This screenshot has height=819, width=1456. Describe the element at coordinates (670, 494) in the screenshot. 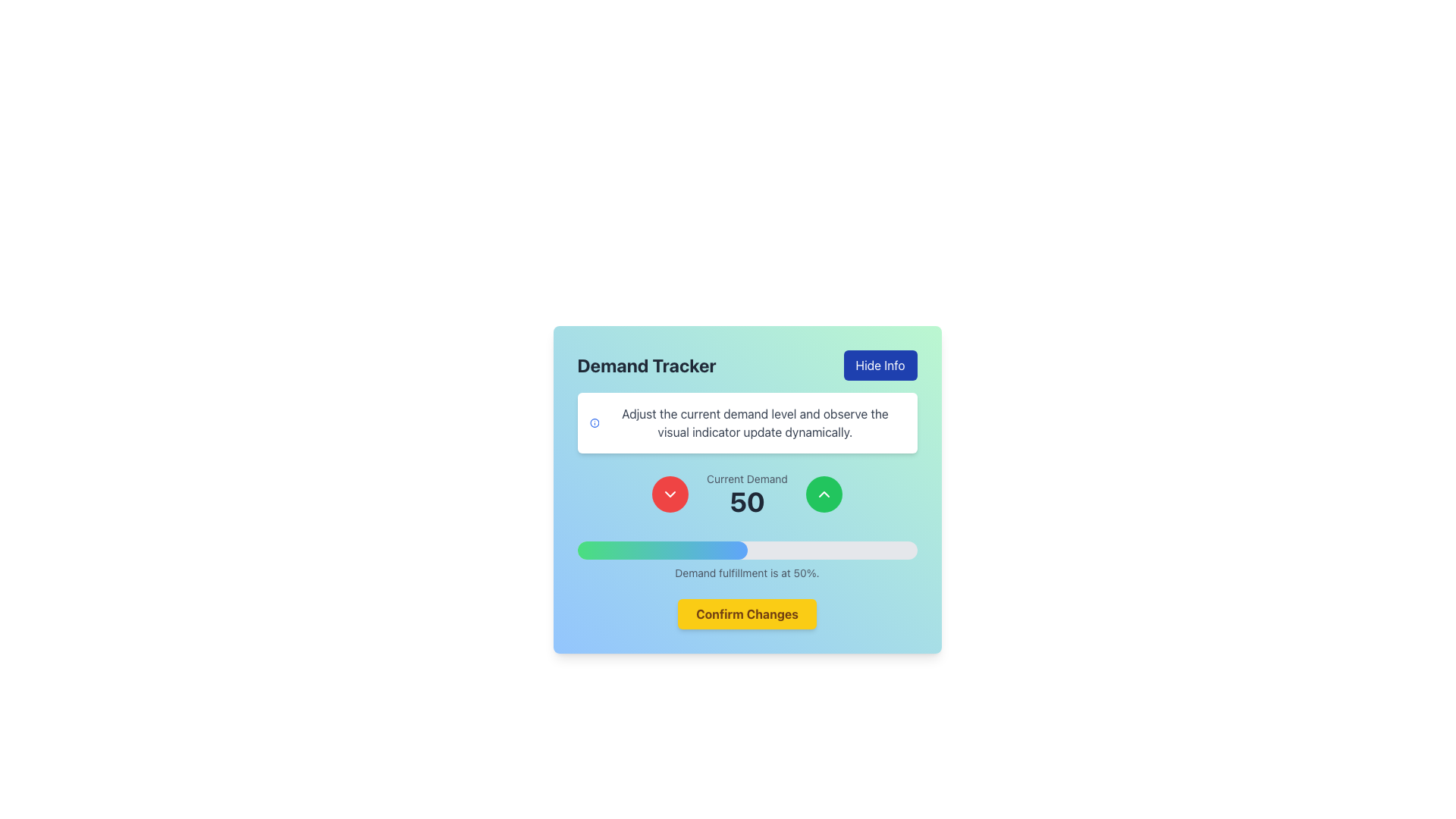

I see `the button located to the left of the 'Current Demand' text, which decreases the value of 'Current Demand'` at that location.